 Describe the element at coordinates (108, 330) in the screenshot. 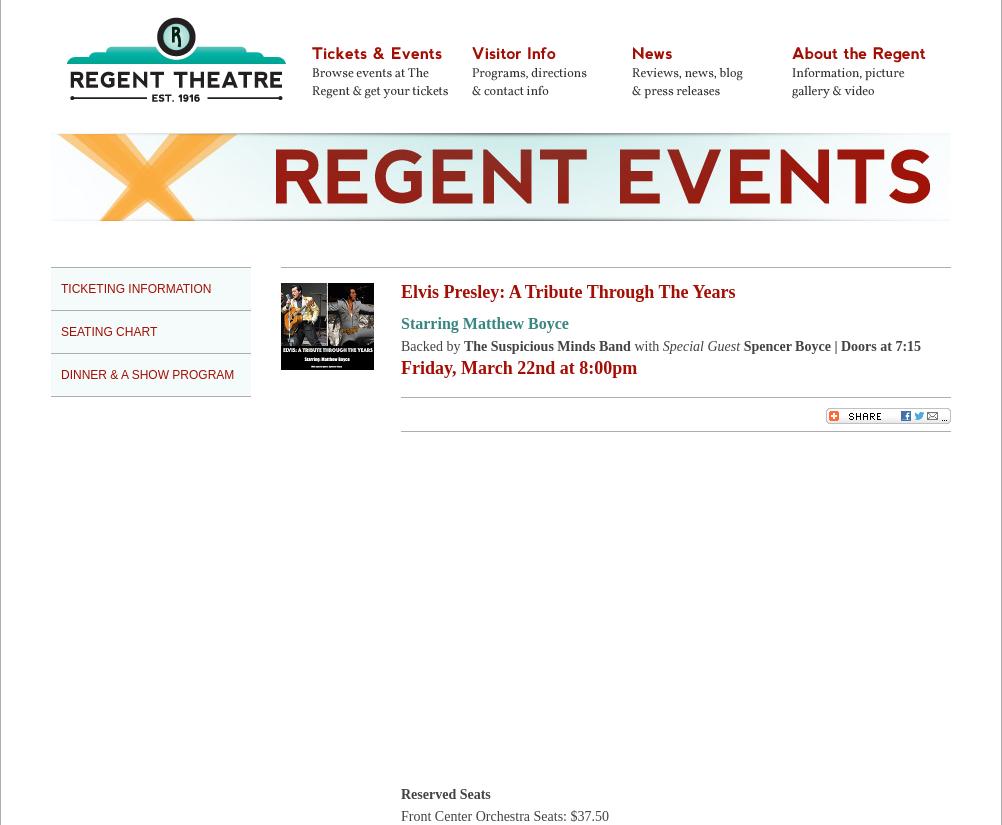

I see `'Seating Chart'` at that location.